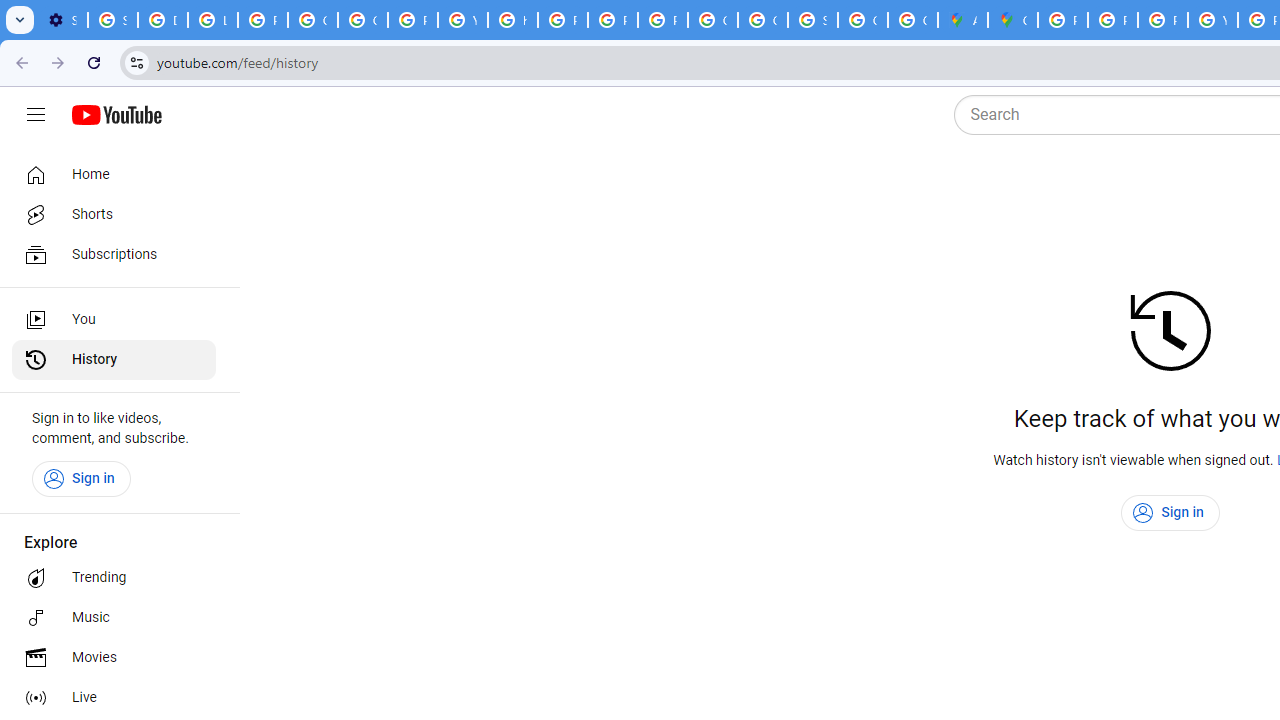 The image size is (1280, 720). I want to click on 'Music', so click(112, 617).